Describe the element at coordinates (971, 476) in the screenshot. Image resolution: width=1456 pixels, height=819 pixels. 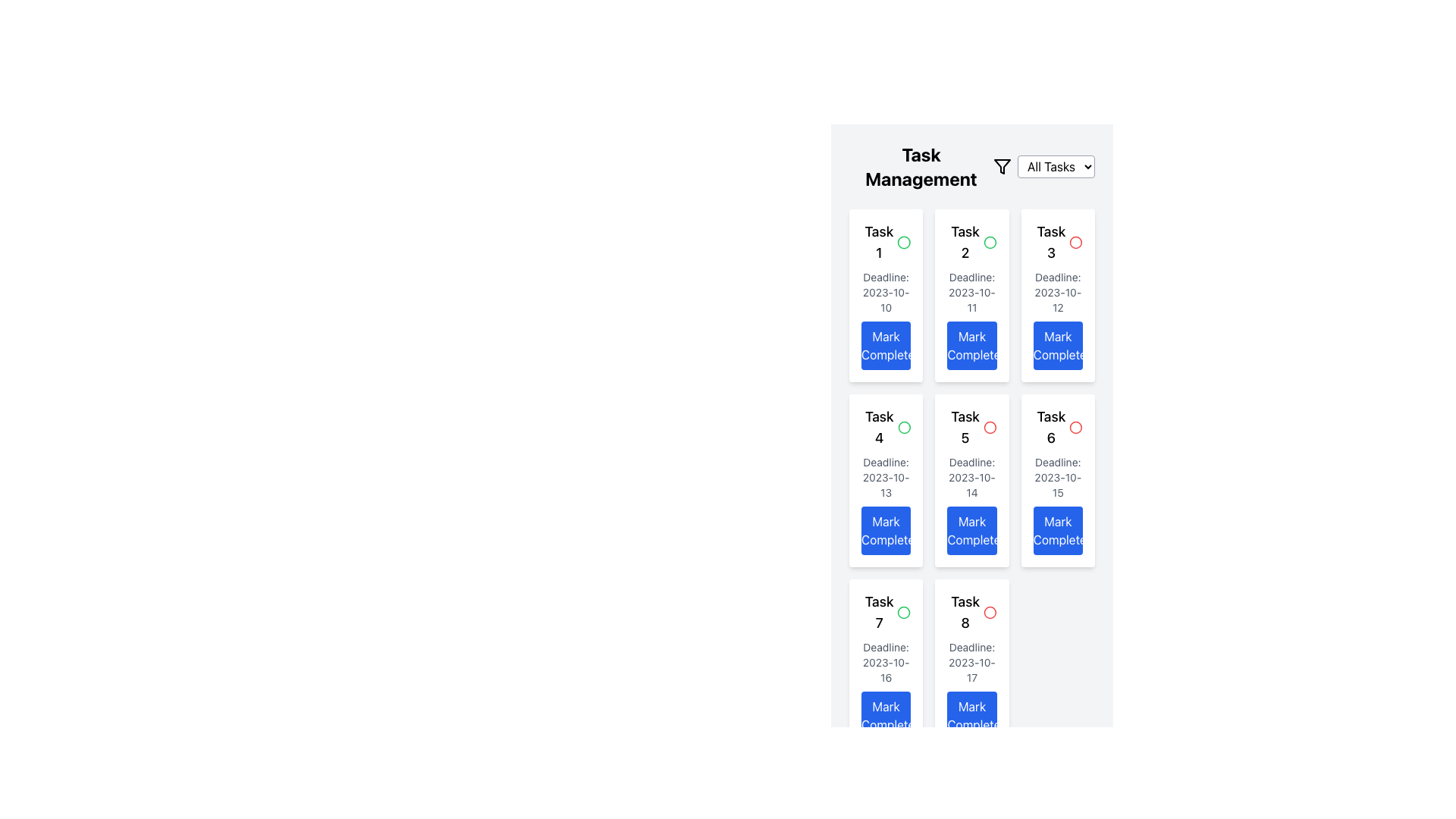
I see `the text label that communicates the deadline of the task in the 'Task 5' card, located between the task title and the 'Mark Completed' button` at that location.